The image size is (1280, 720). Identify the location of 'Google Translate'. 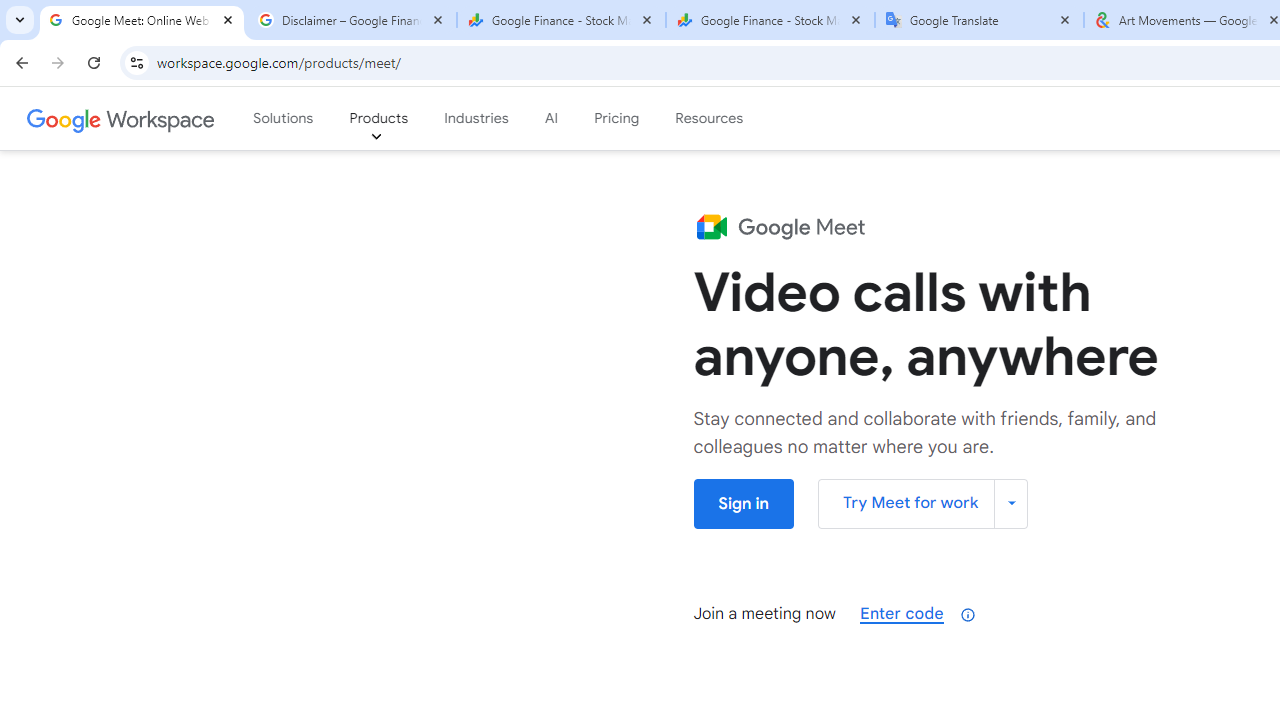
(979, 20).